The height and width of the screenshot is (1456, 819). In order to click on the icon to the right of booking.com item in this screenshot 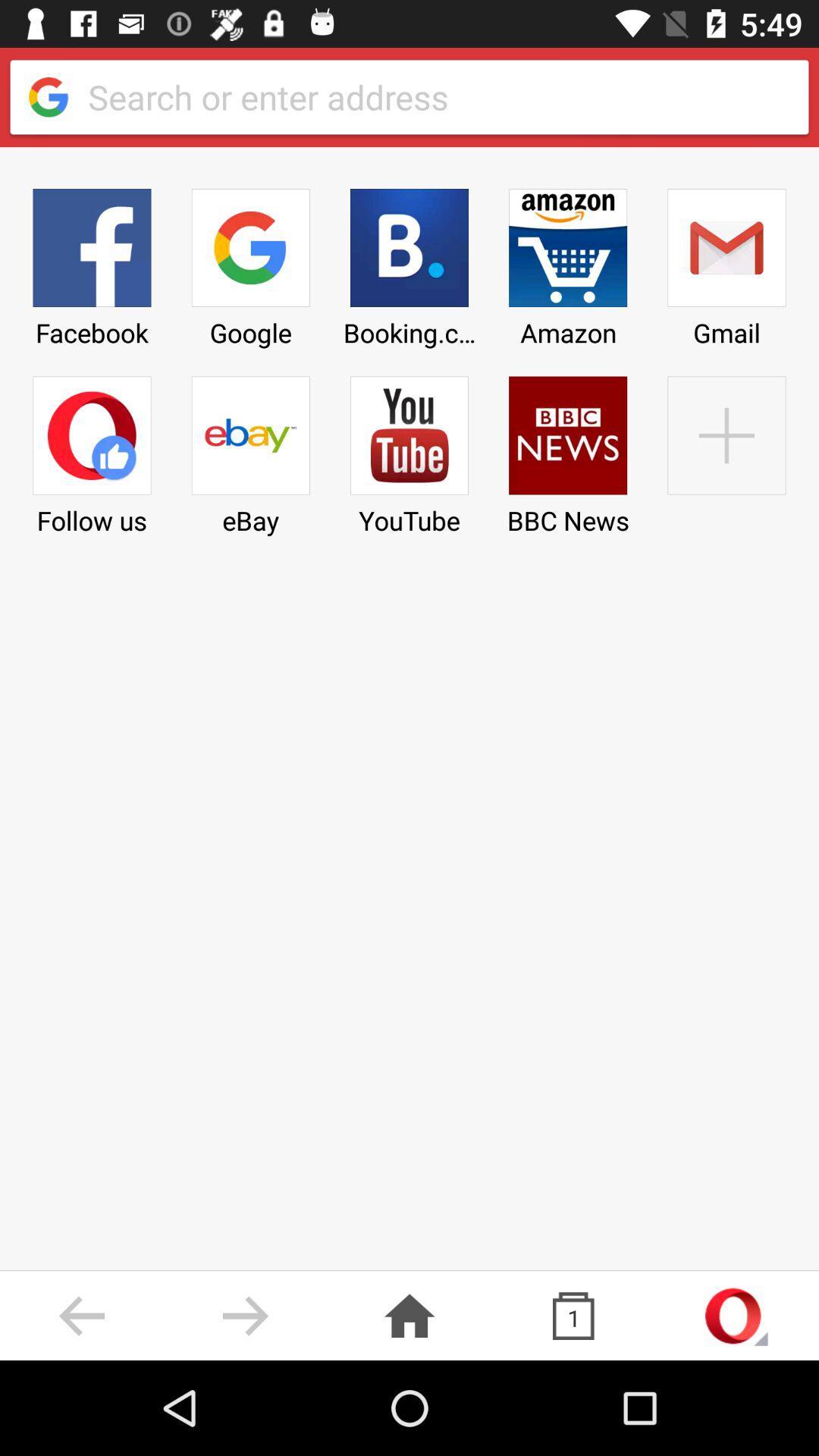, I will do `click(568, 450)`.